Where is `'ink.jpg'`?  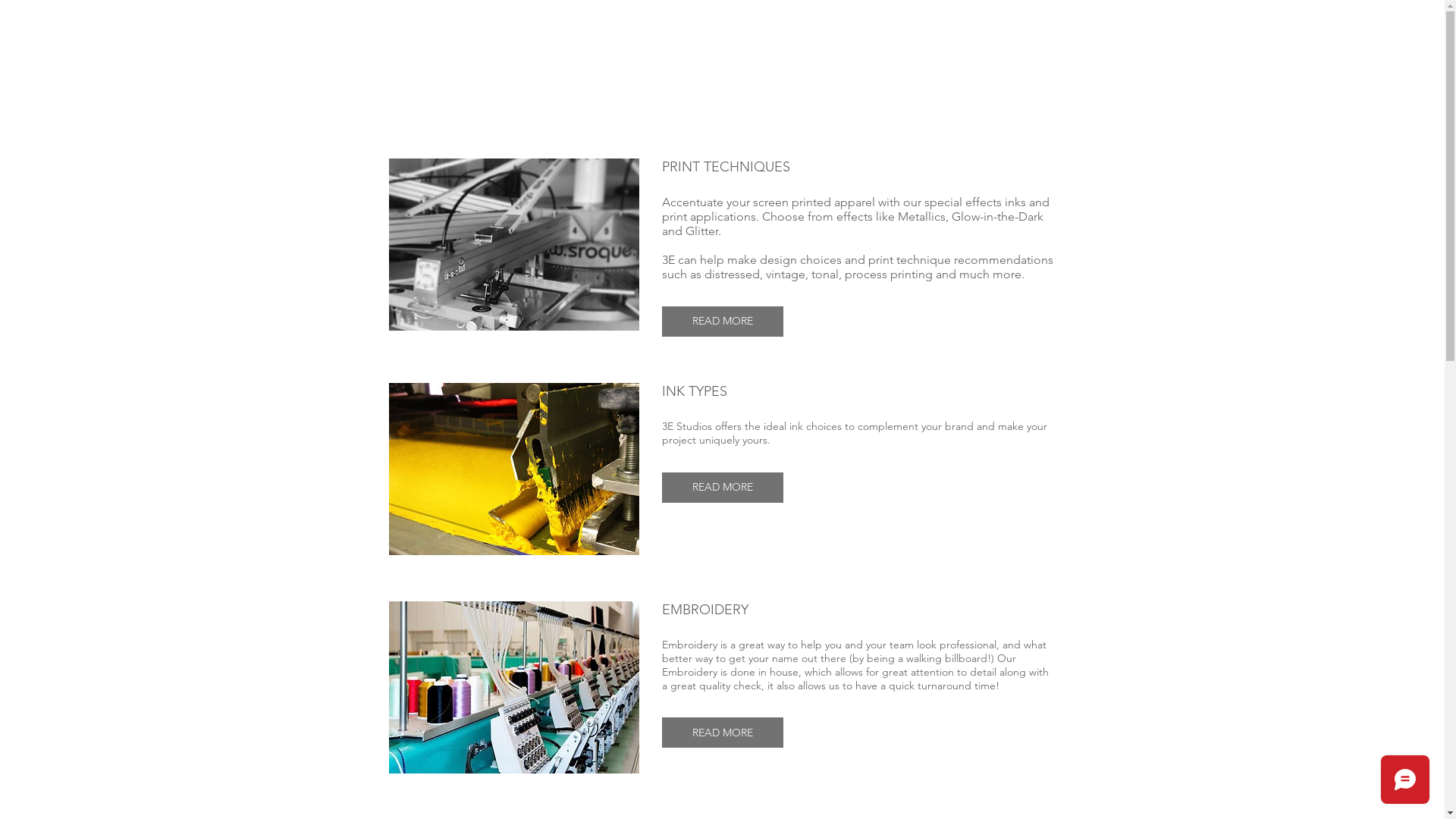
'ink.jpg' is located at coordinates (513, 468).